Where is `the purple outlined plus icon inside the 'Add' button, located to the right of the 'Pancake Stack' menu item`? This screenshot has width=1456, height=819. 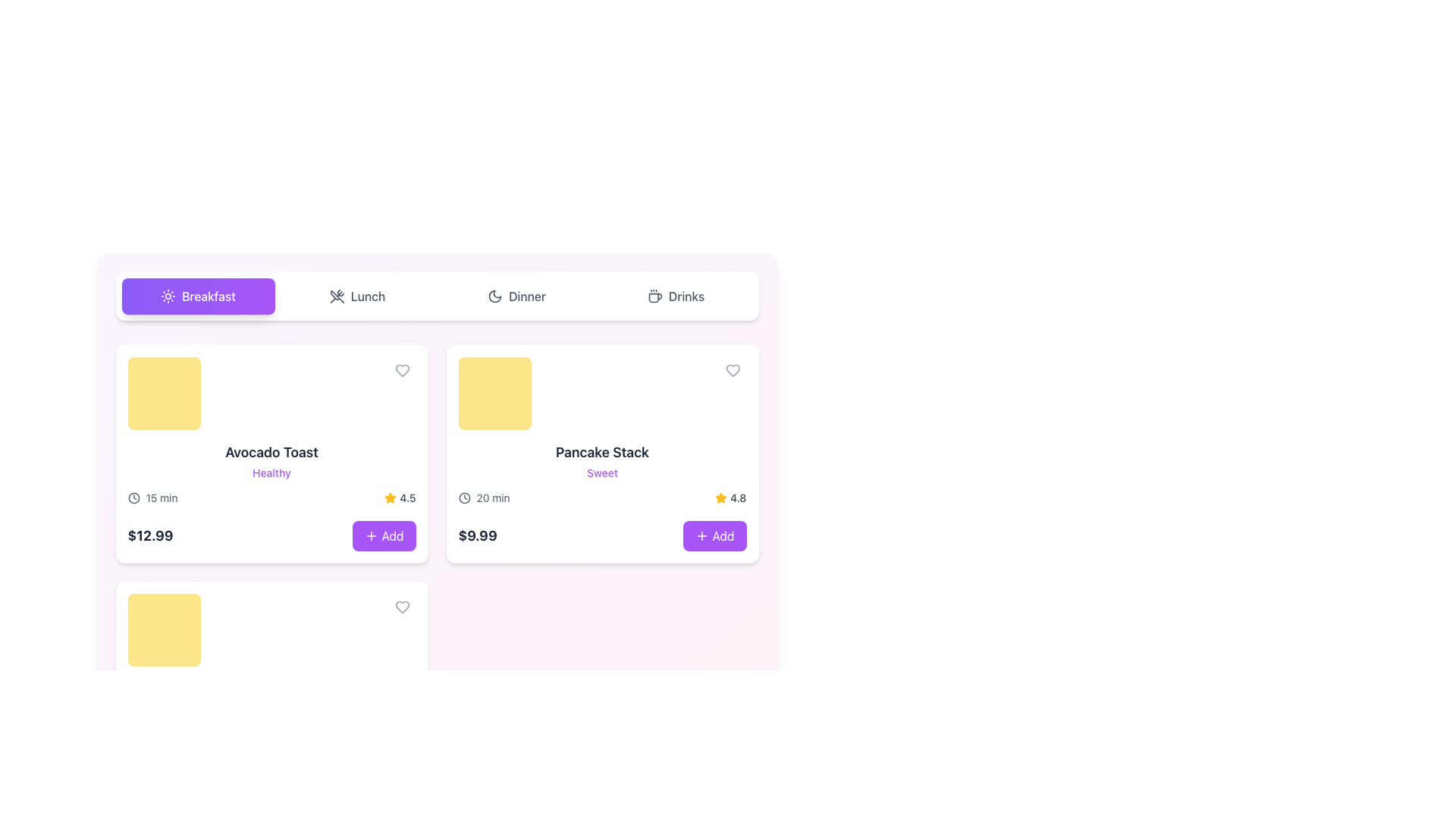 the purple outlined plus icon inside the 'Add' button, located to the right of the 'Pancake Stack' menu item is located at coordinates (701, 535).